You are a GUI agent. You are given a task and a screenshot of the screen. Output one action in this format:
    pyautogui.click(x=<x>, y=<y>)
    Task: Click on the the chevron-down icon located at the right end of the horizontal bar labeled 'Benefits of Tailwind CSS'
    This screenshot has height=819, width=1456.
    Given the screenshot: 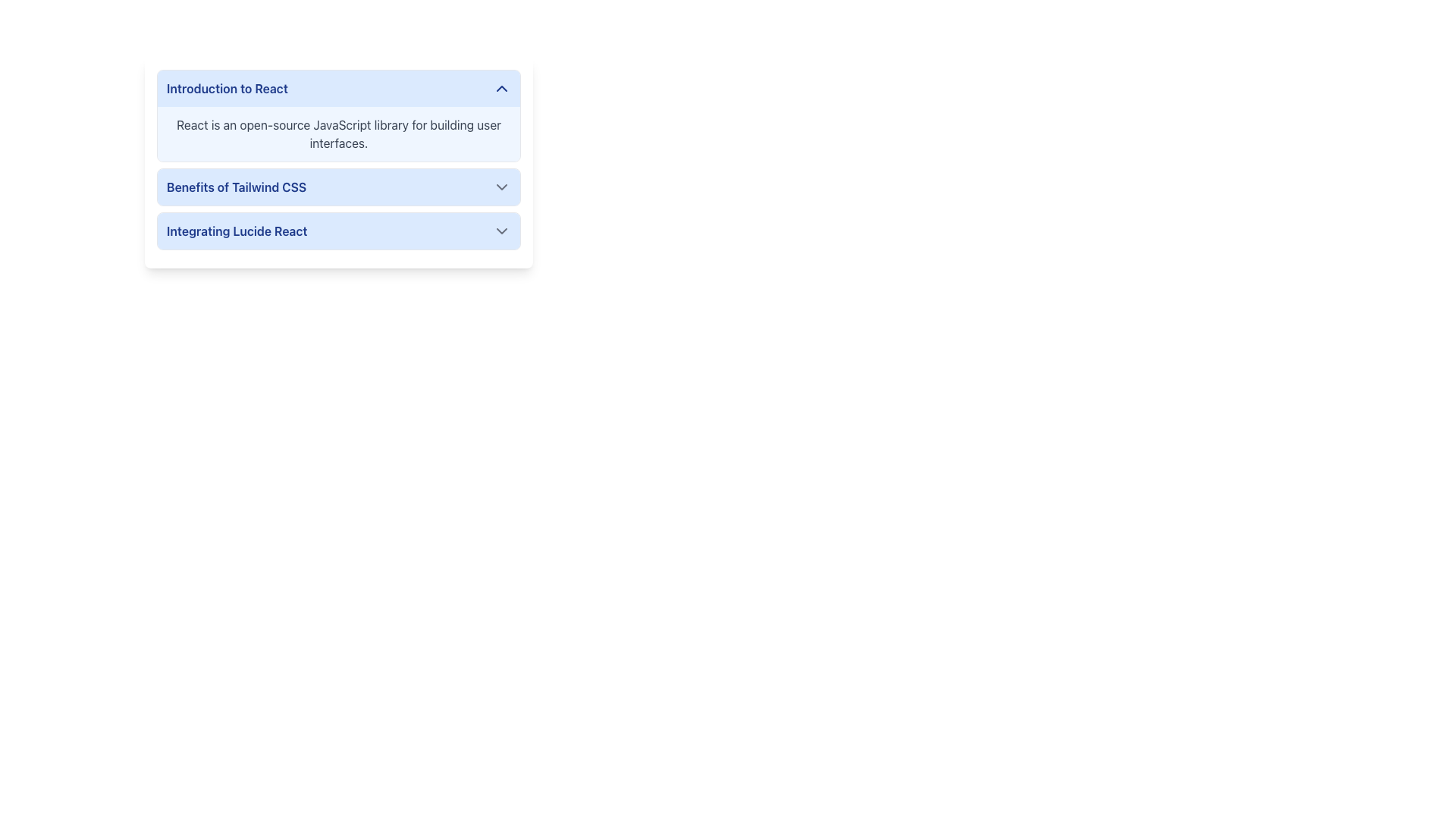 What is the action you would take?
    pyautogui.click(x=502, y=186)
    